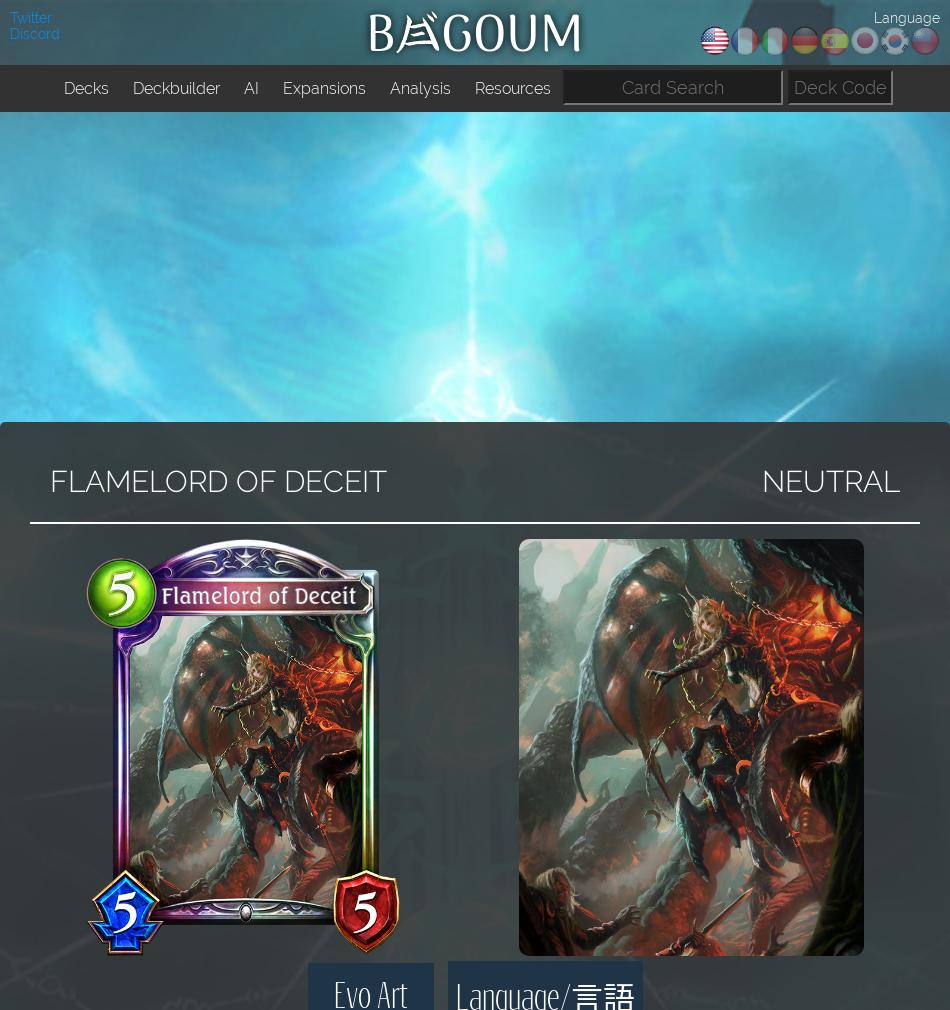 The width and height of the screenshot is (950, 1010). I want to click on 'Rotation', so click(313, 132).